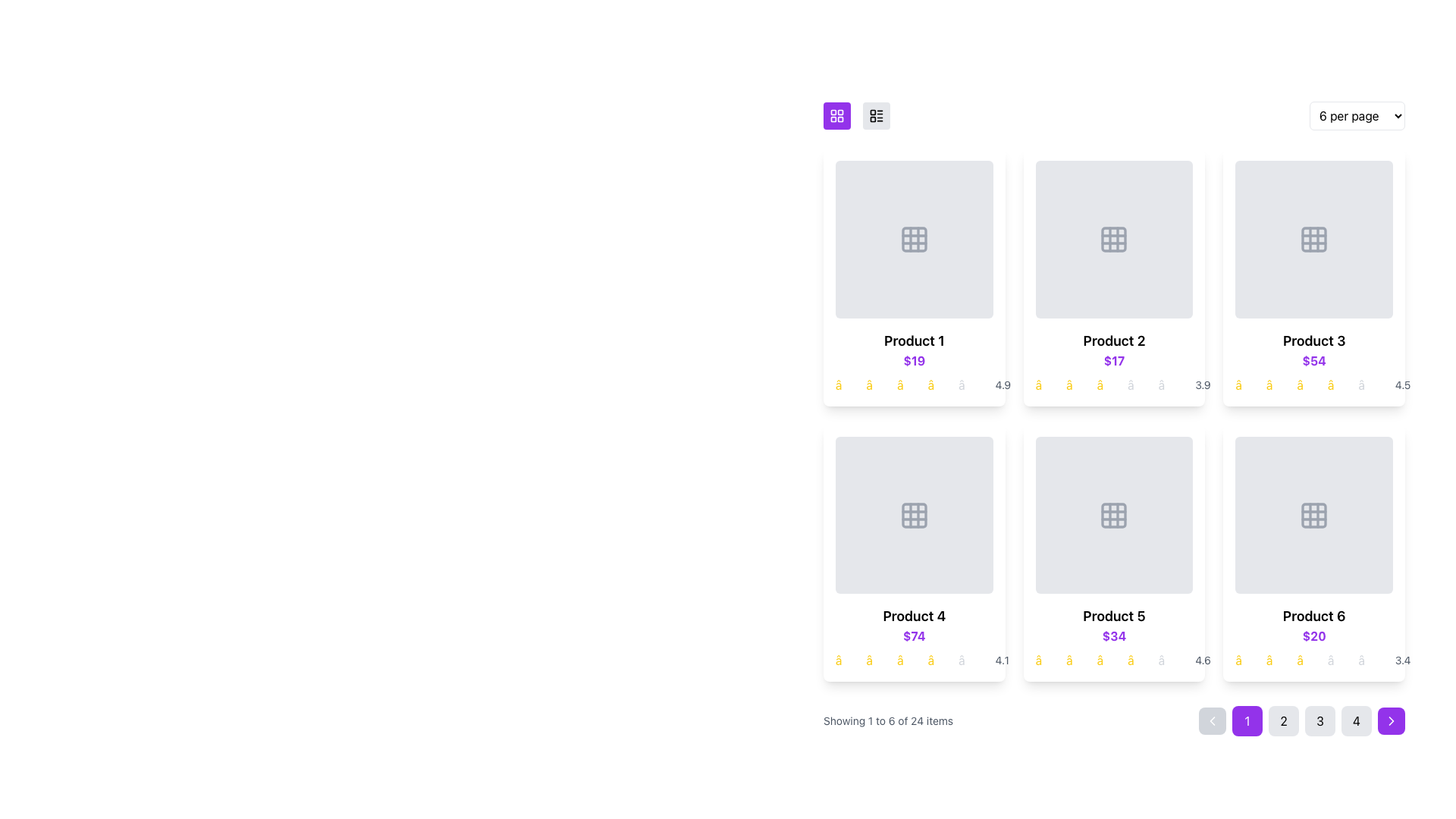 This screenshot has width=1456, height=819. I want to click on rating text labeled '3.4' that appears in gray color immediately after the stars in the rating row of the sixth product card, so click(1402, 660).